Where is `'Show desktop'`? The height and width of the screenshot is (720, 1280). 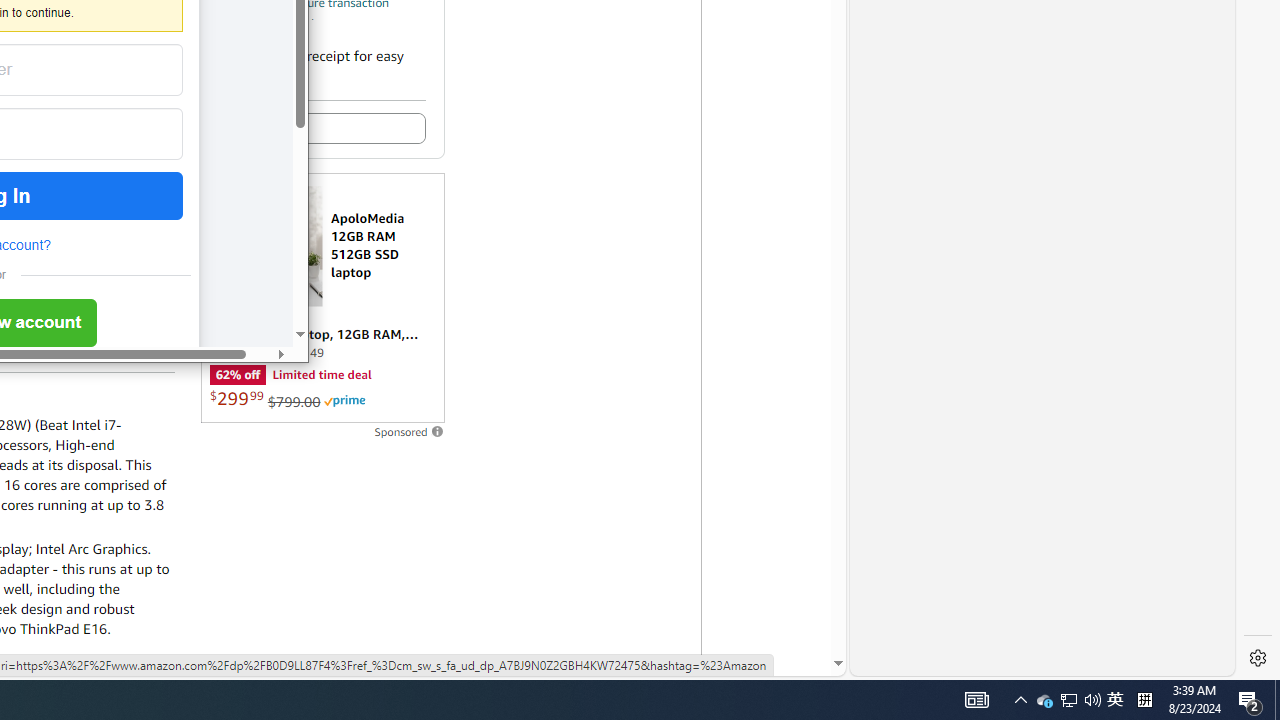 'Show desktop' is located at coordinates (1276, 698).